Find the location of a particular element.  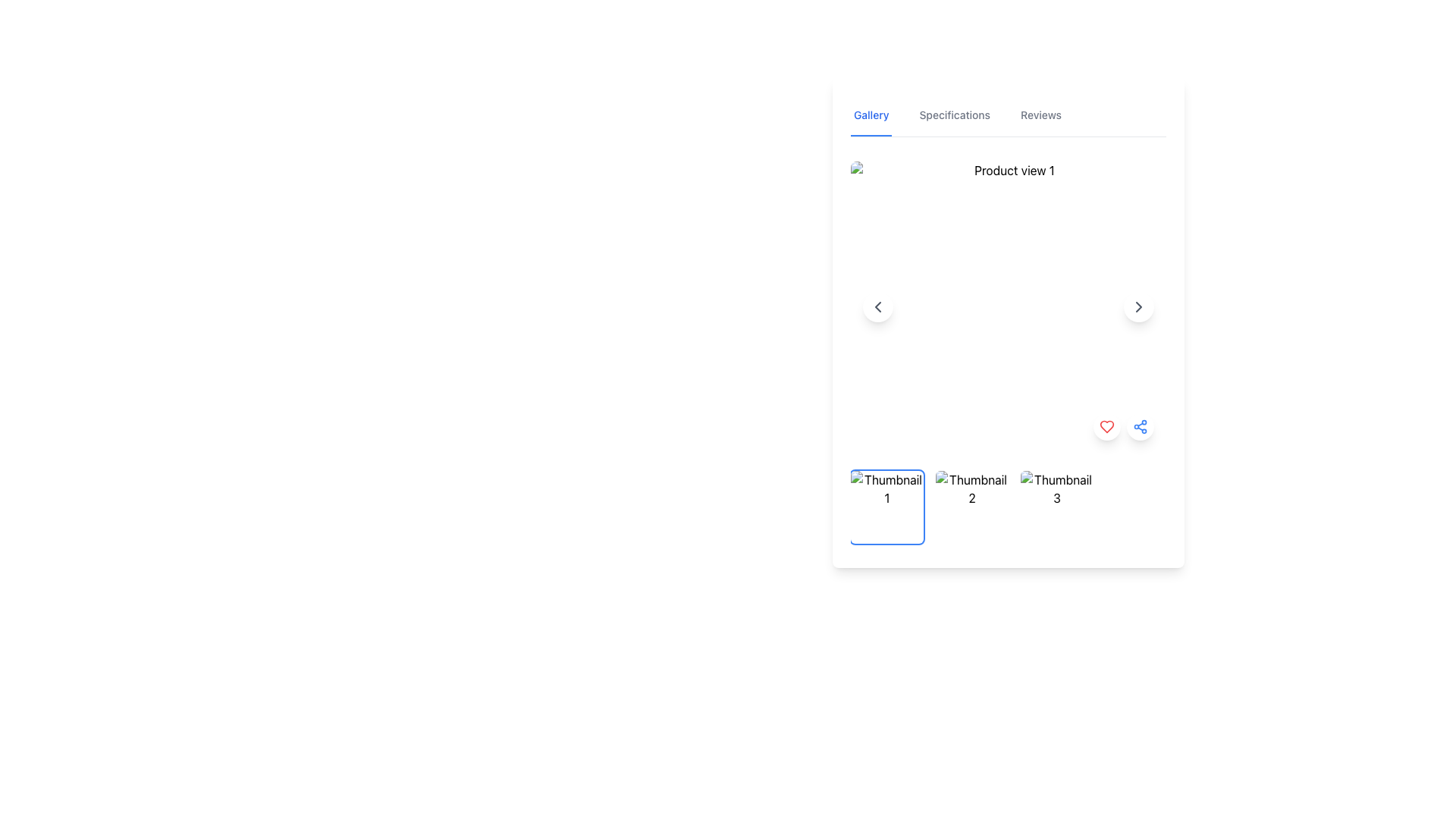

the 'Favorite' or 'Like' SVG icon located in the bottom right corner of the interactive card section is located at coordinates (1106, 427).